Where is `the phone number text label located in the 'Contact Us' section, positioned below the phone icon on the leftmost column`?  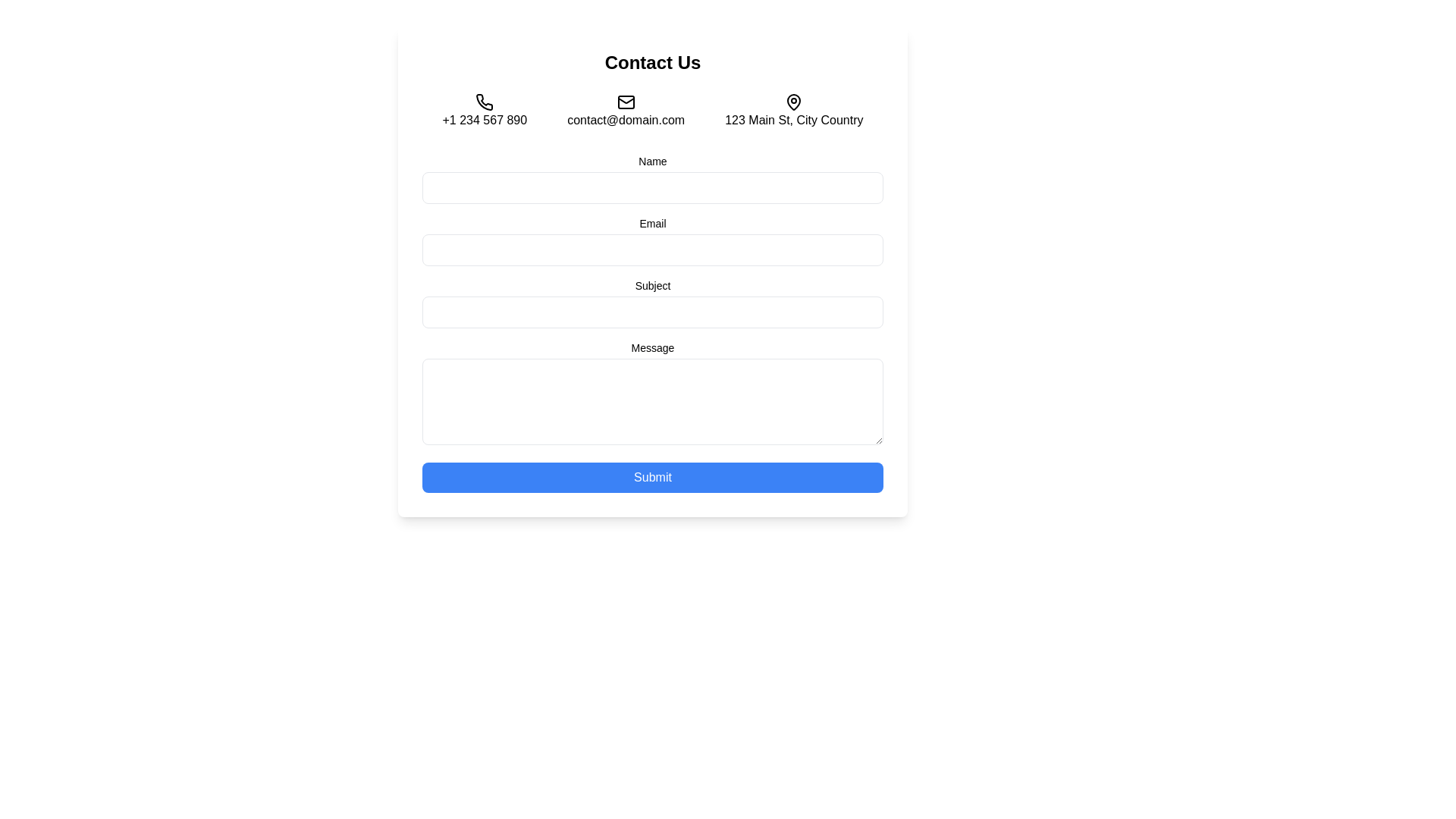
the phone number text label located in the 'Contact Us' section, positioned below the phone icon on the leftmost column is located at coordinates (484, 119).